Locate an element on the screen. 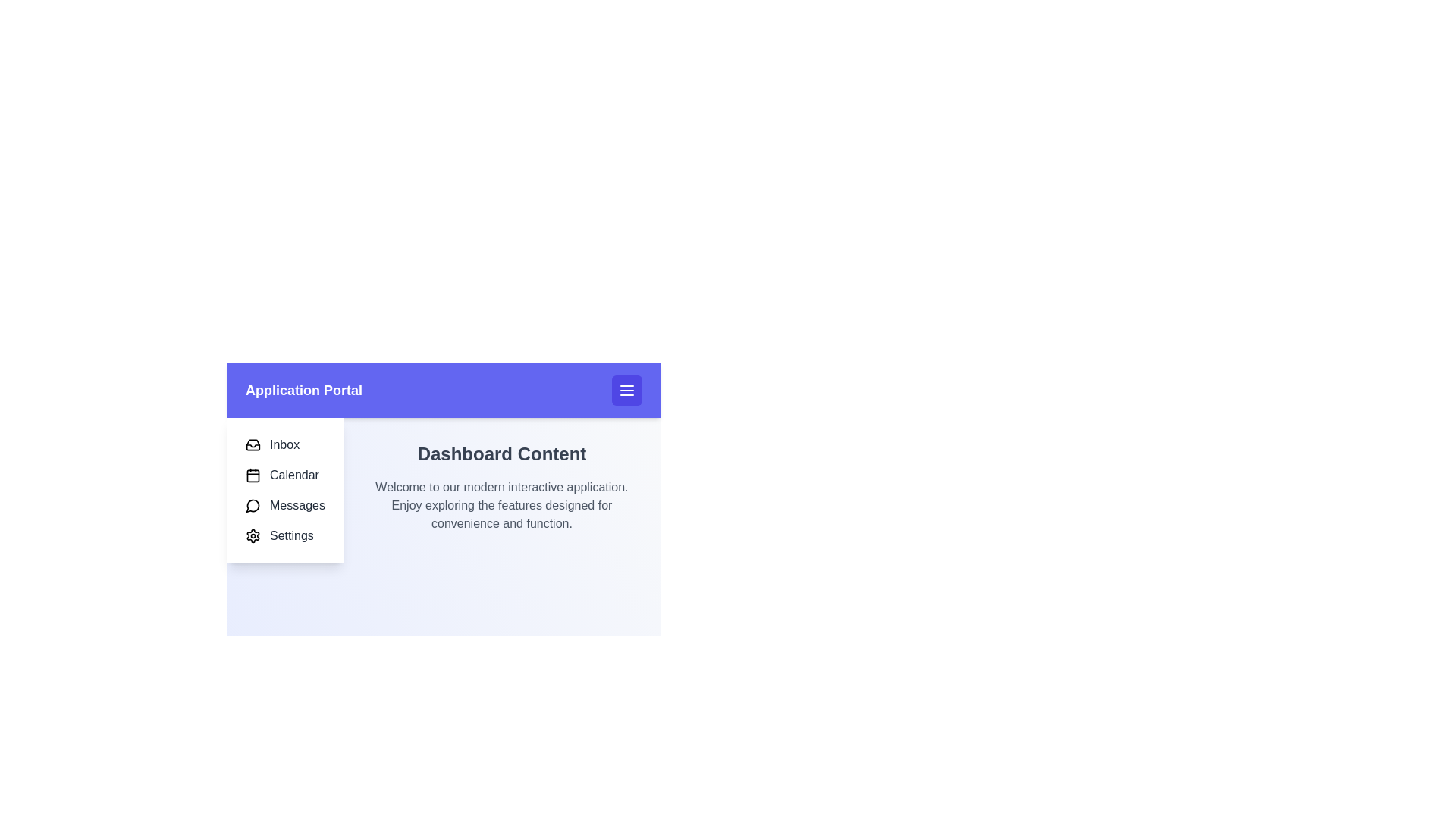 This screenshot has width=1456, height=819. the inbox tray icon located in the sidebar next to the 'Inbox' label, which is styled with a minimalist, line-art appearance is located at coordinates (253, 444).